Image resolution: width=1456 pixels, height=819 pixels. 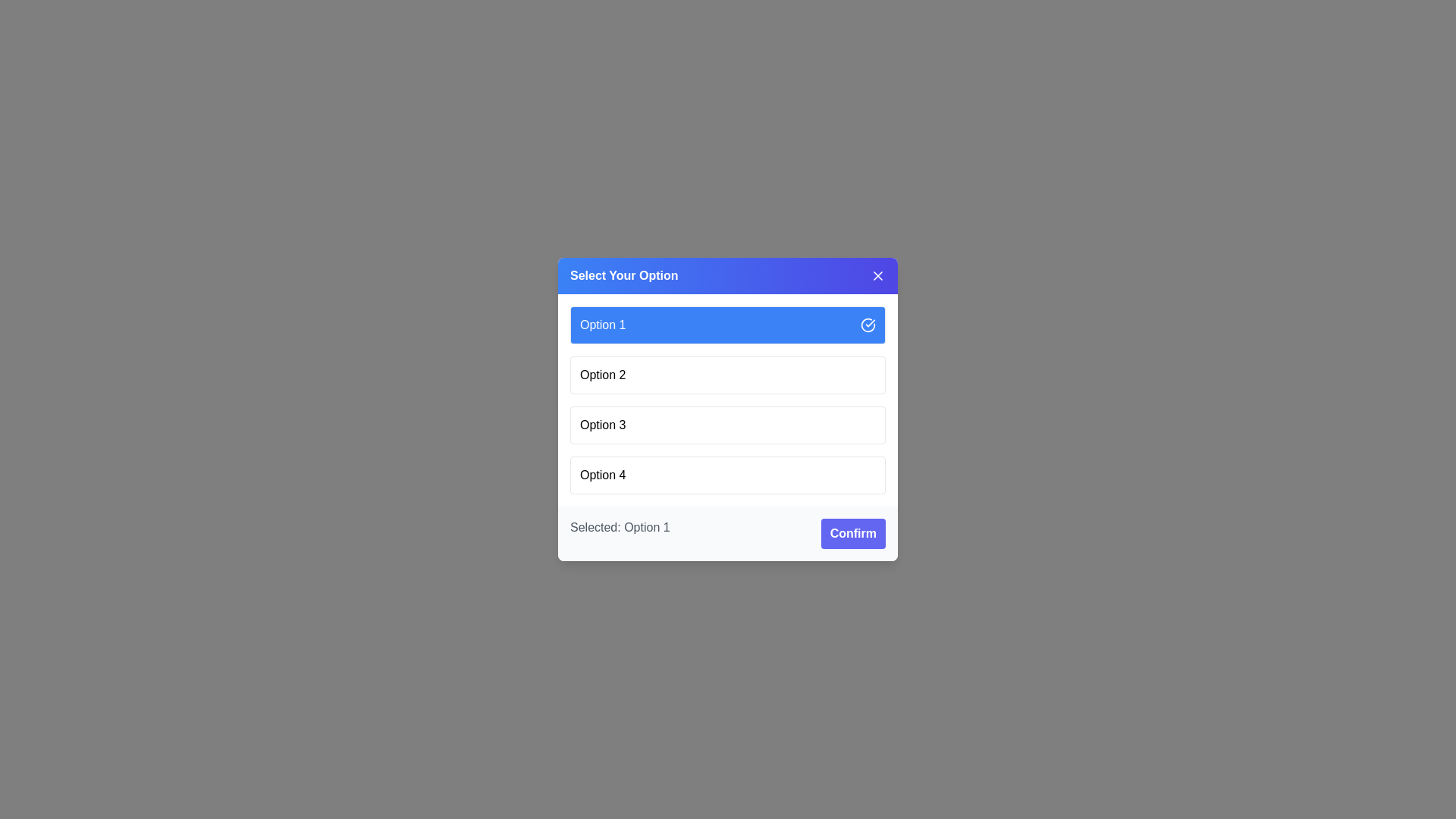 What do you see at coordinates (868, 324) in the screenshot?
I see `the Confirmation icon located to the right of 'Option 1', which is a circular icon with a checkmark design, to interact with it` at bounding box center [868, 324].